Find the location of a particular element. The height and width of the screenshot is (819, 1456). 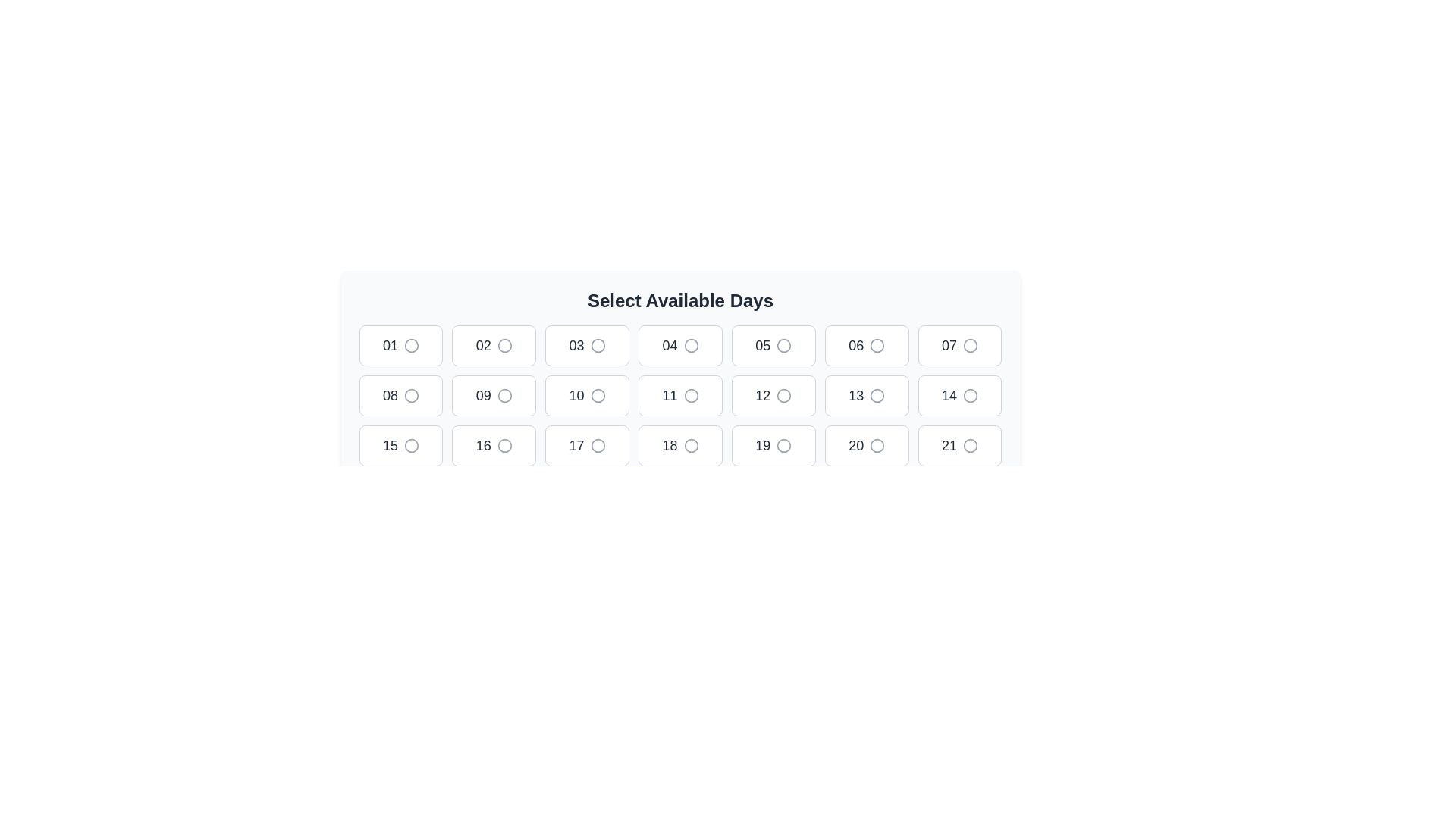

the radio button representing the single selectable day option for '12' located in the second row of days under 'Select Available Days' is located at coordinates (784, 394).